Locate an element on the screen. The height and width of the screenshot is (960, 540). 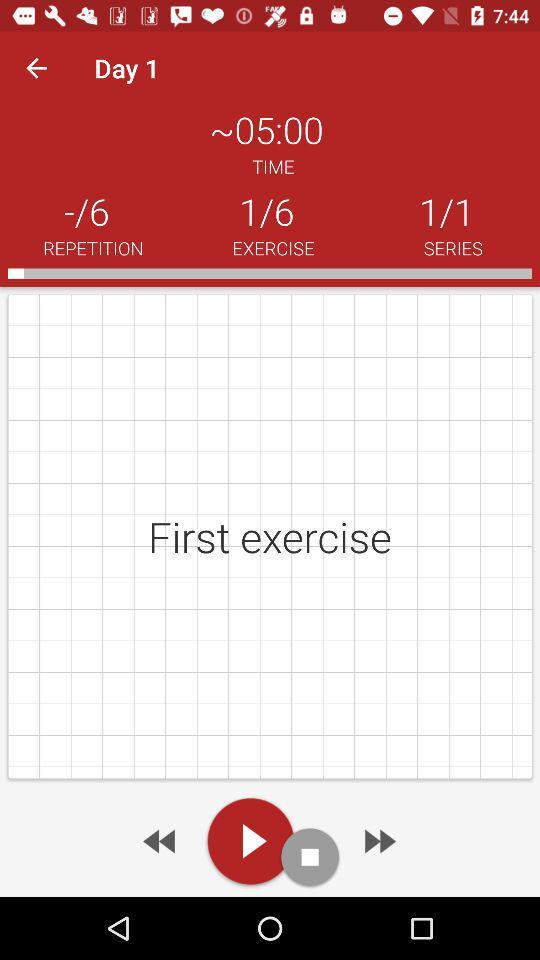
button is located at coordinates (250, 840).